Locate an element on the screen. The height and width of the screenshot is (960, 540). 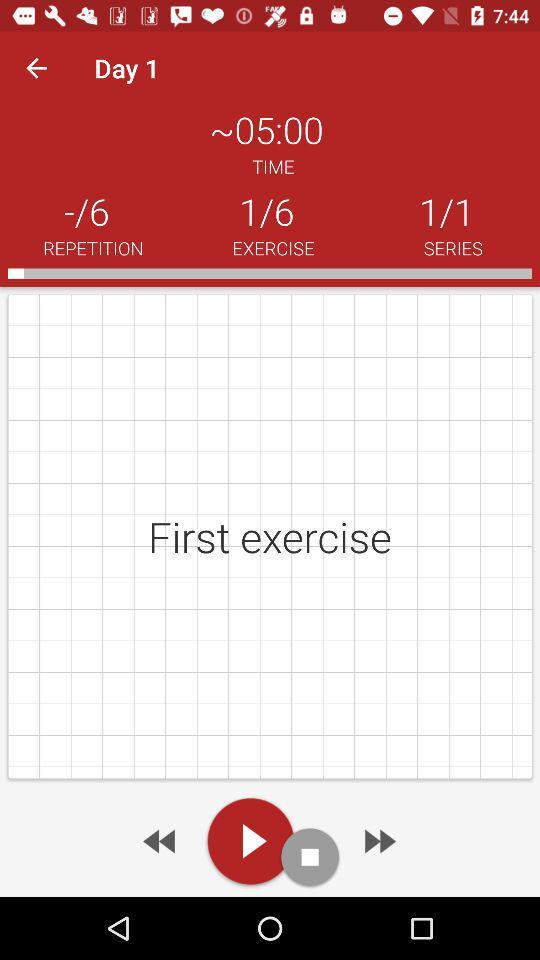
button is located at coordinates (250, 840).